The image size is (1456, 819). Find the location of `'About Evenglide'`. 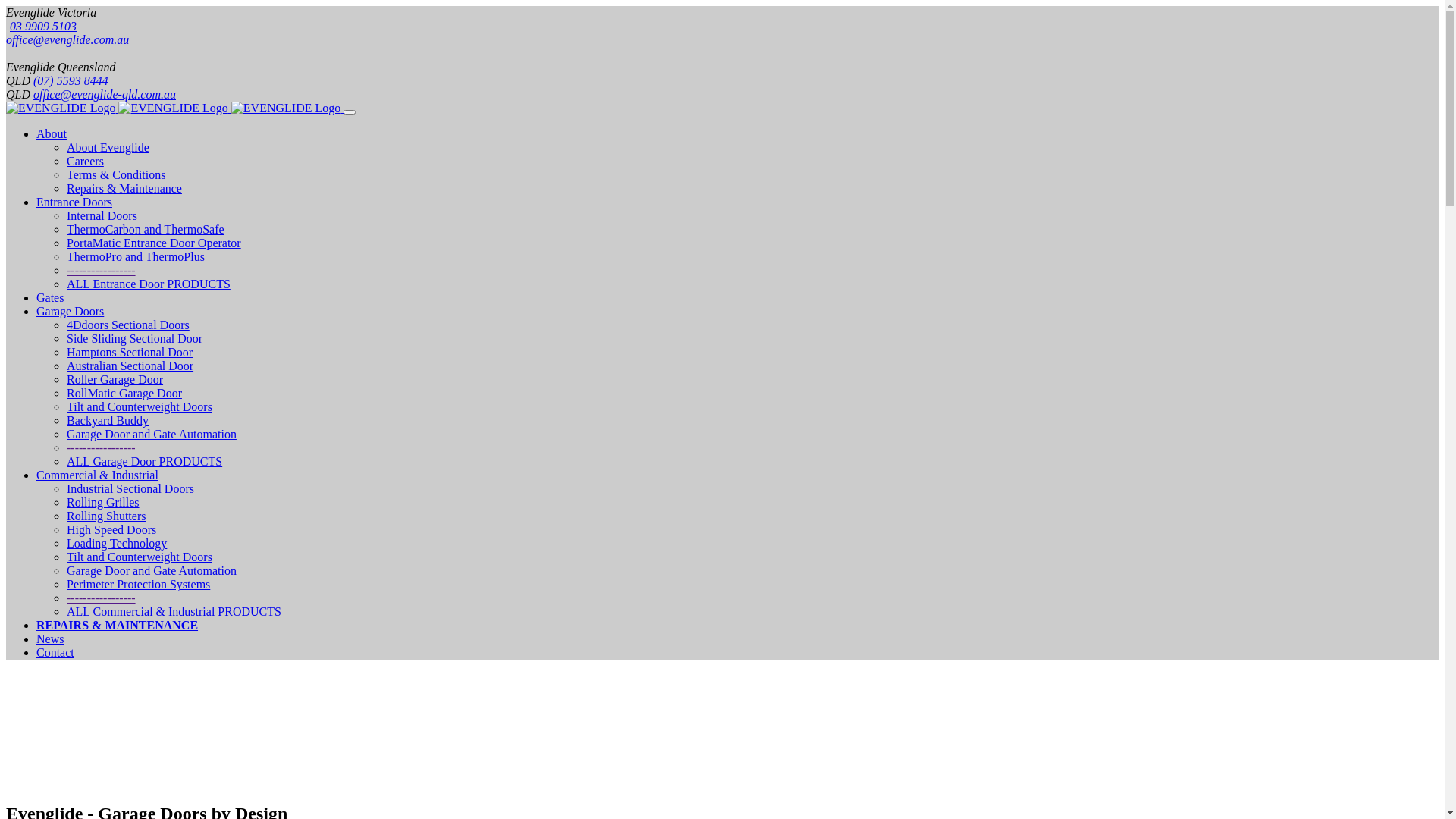

'About Evenglide' is located at coordinates (107, 147).